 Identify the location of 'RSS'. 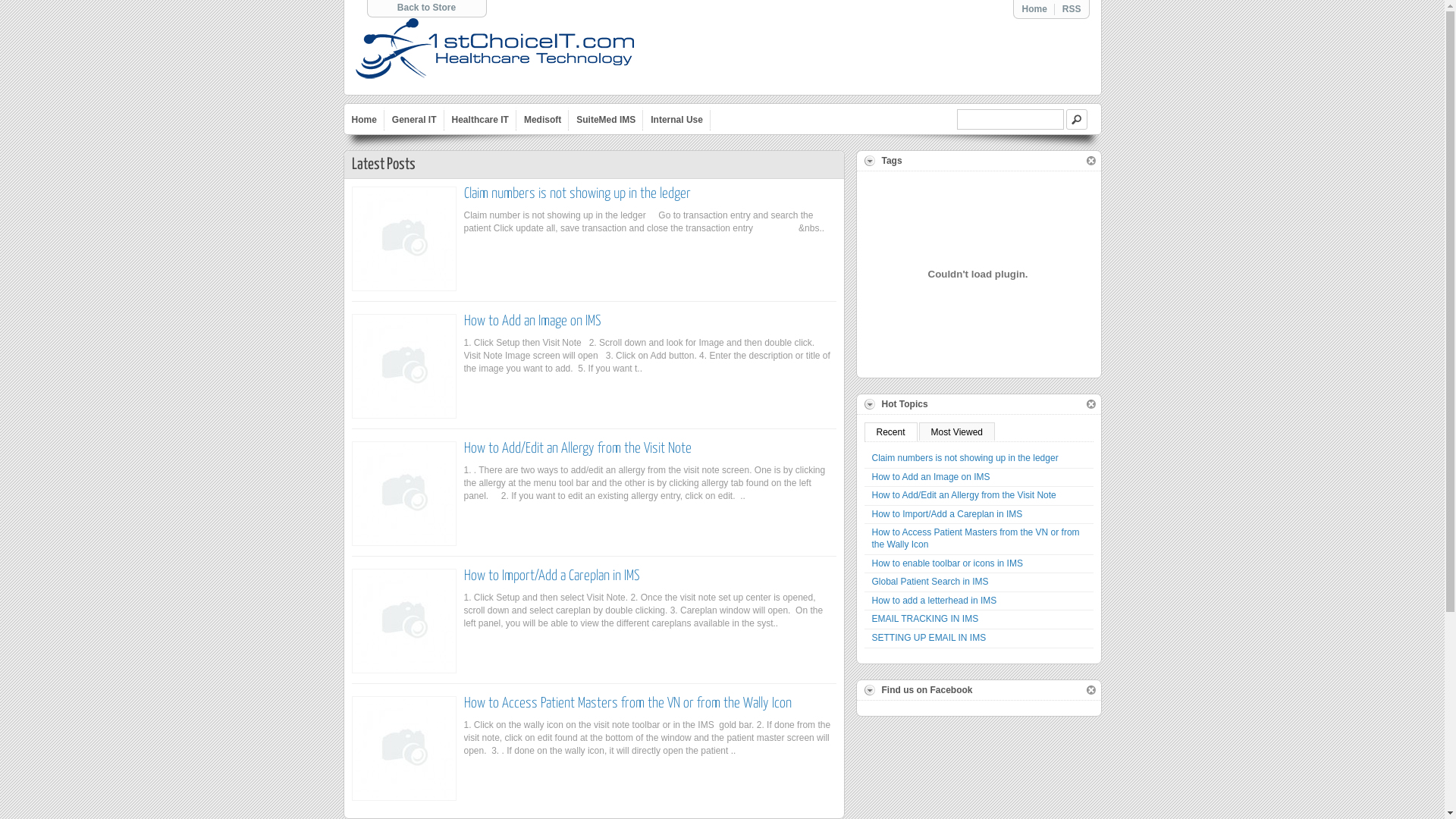
(1071, 8).